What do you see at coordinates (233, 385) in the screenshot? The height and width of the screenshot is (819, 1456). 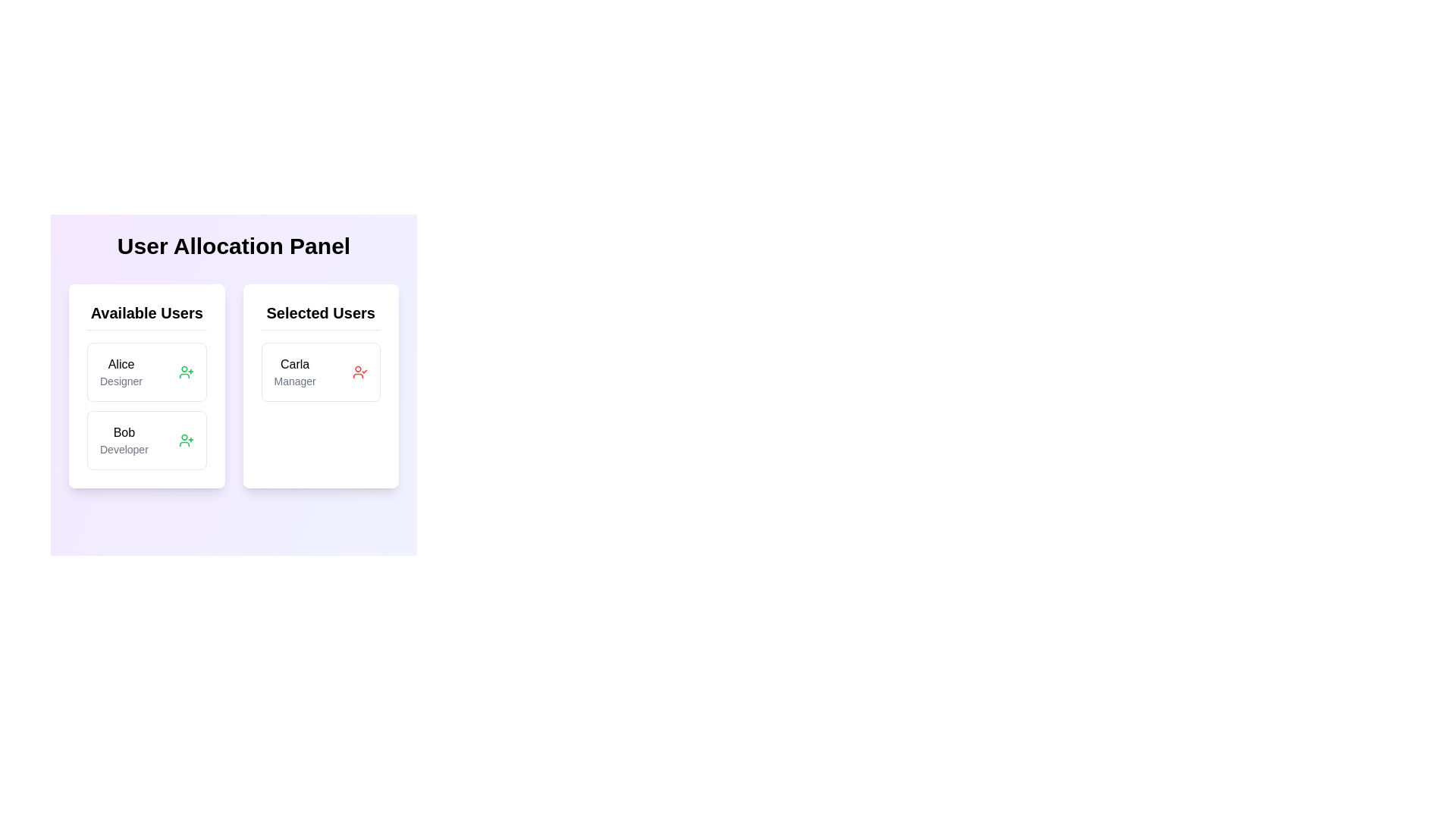 I see `one of the interactive buttons within the User Allocation Panel to transfer users between Available Users and Selected Users` at bounding box center [233, 385].